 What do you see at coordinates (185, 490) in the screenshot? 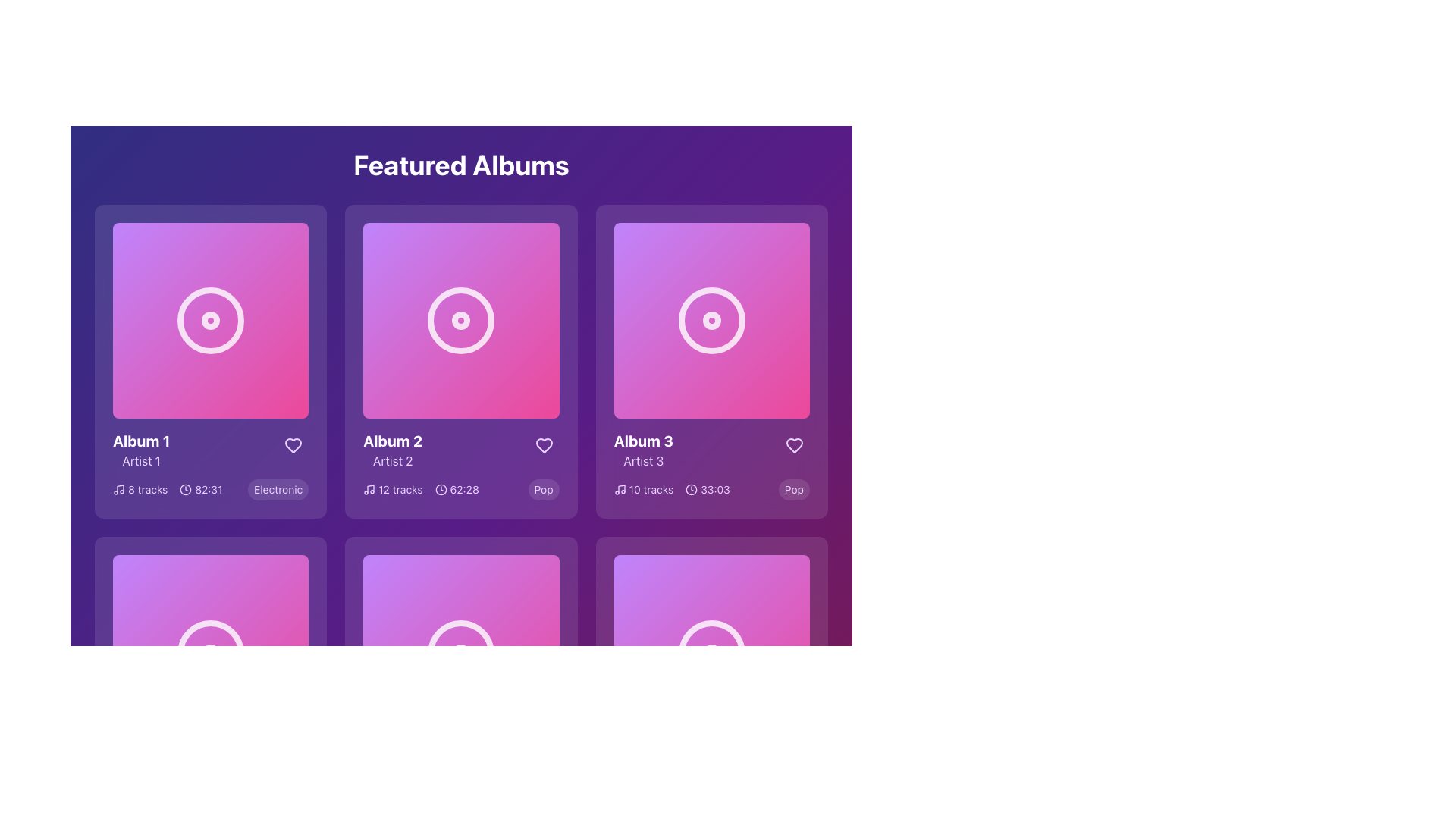
I see `the time-related icon next to the text '82:31' in the card labeled 'Album 1' located in the first row and first column of the album grid` at bounding box center [185, 490].